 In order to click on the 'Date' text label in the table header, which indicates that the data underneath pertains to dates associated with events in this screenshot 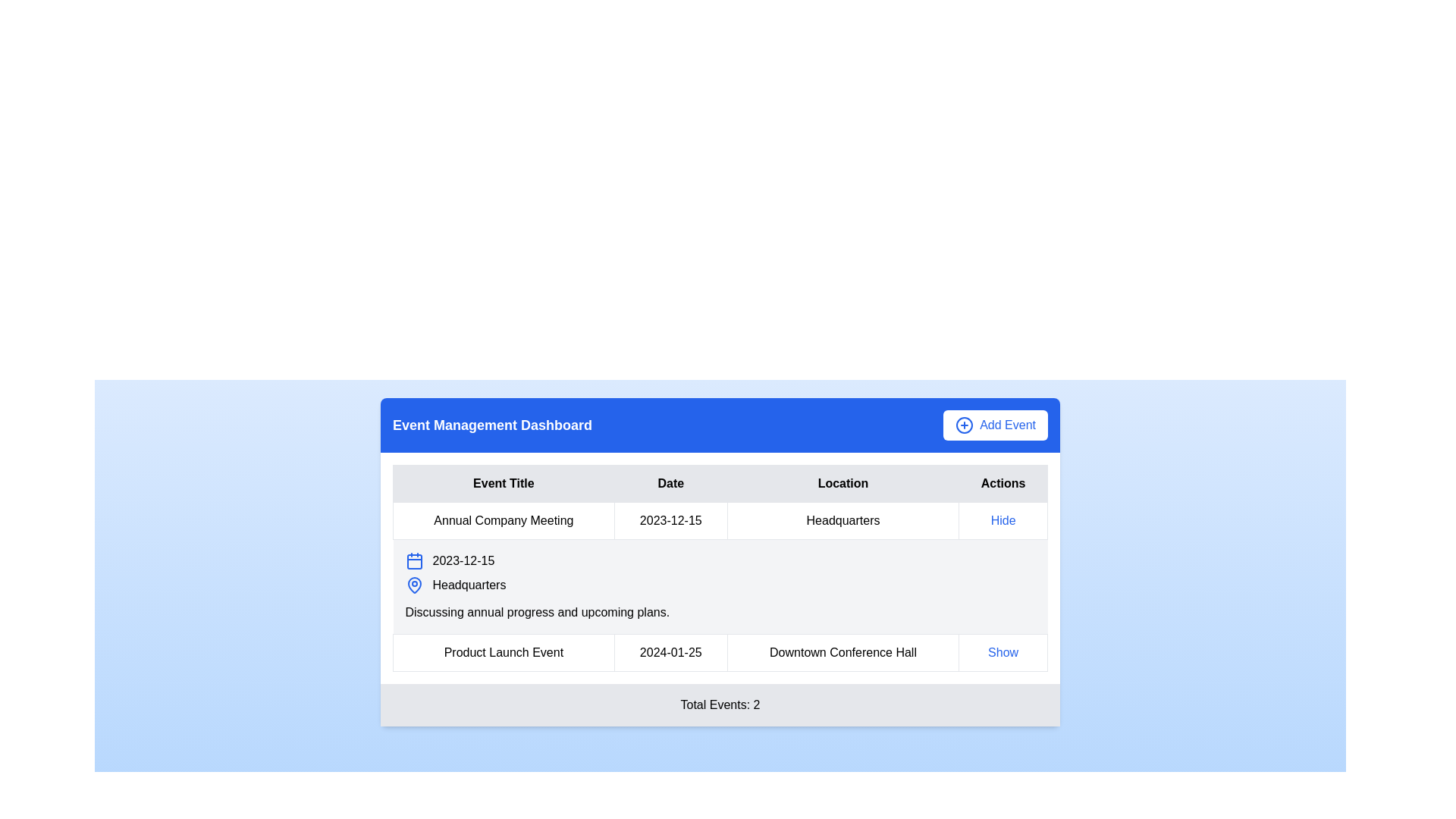, I will do `click(670, 483)`.